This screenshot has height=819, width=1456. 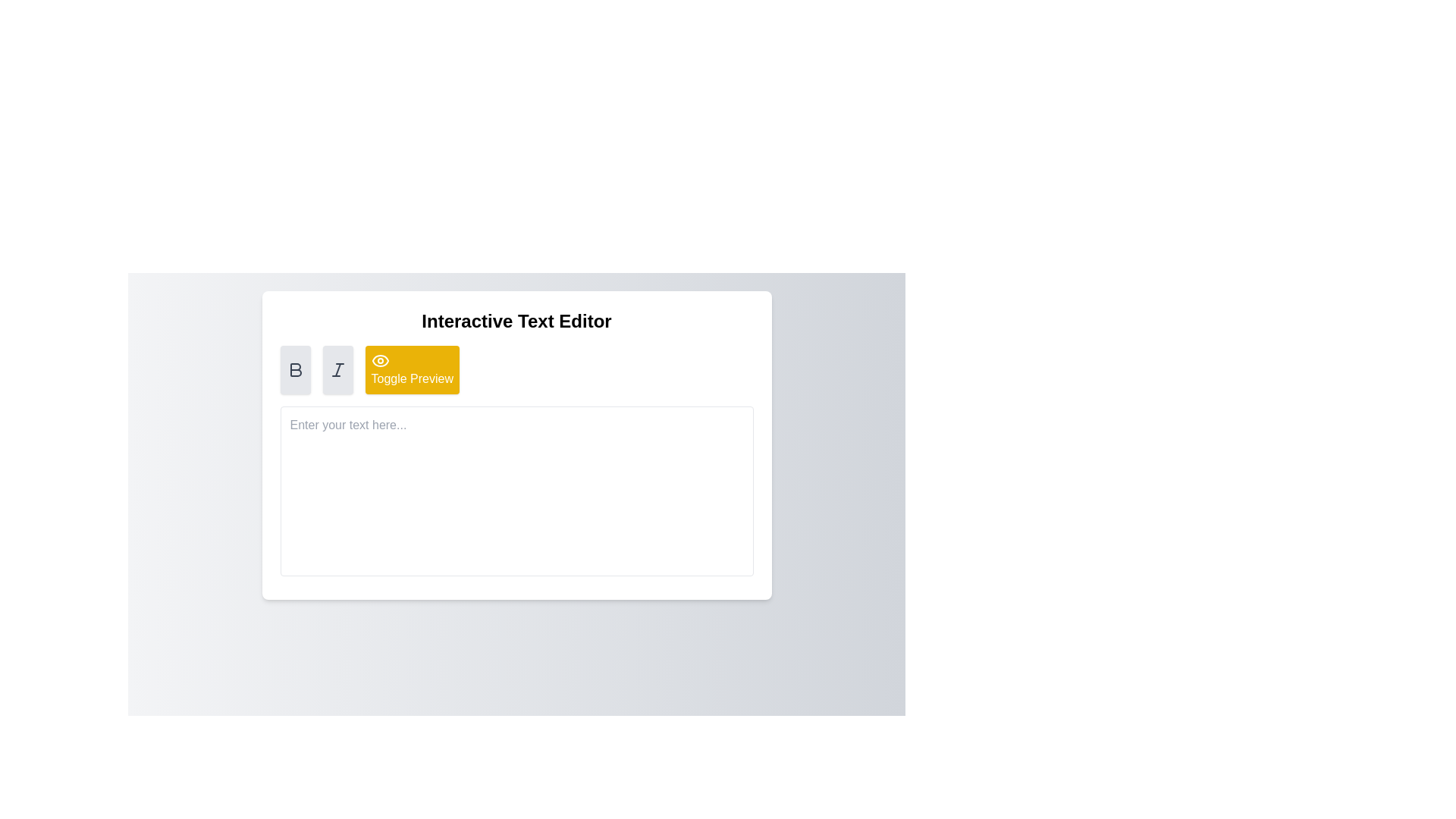 What do you see at coordinates (337, 370) in the screenshot?
I see `the italic text styling icon, represented by a slanted capital 'I'` at bounding box center [337, 370].